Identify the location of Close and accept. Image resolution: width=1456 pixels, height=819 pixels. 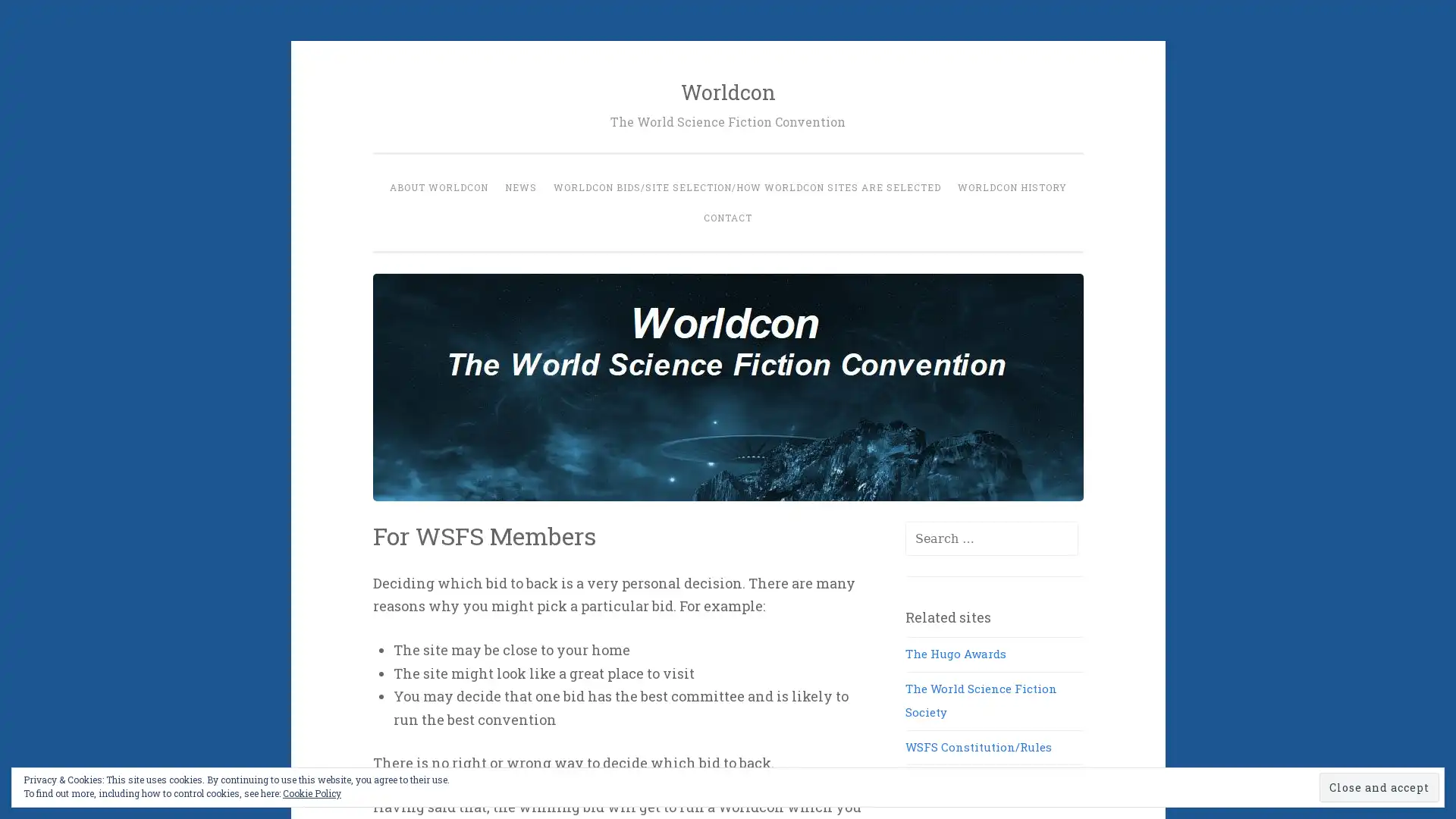
(1379, 786).